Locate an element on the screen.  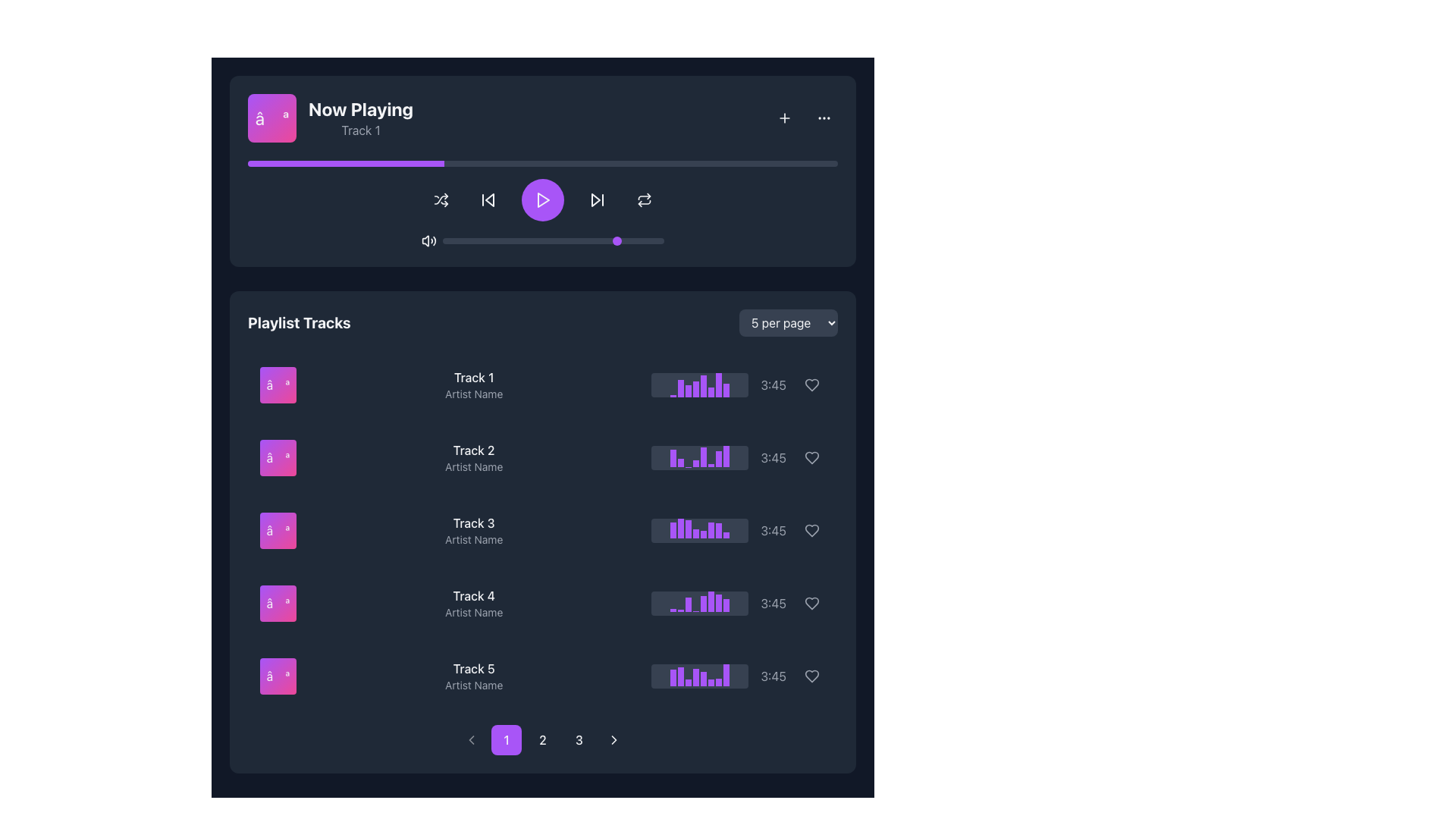
the ellipsis icon located at the top right corner of the interface is located at coordinates (823, 117).